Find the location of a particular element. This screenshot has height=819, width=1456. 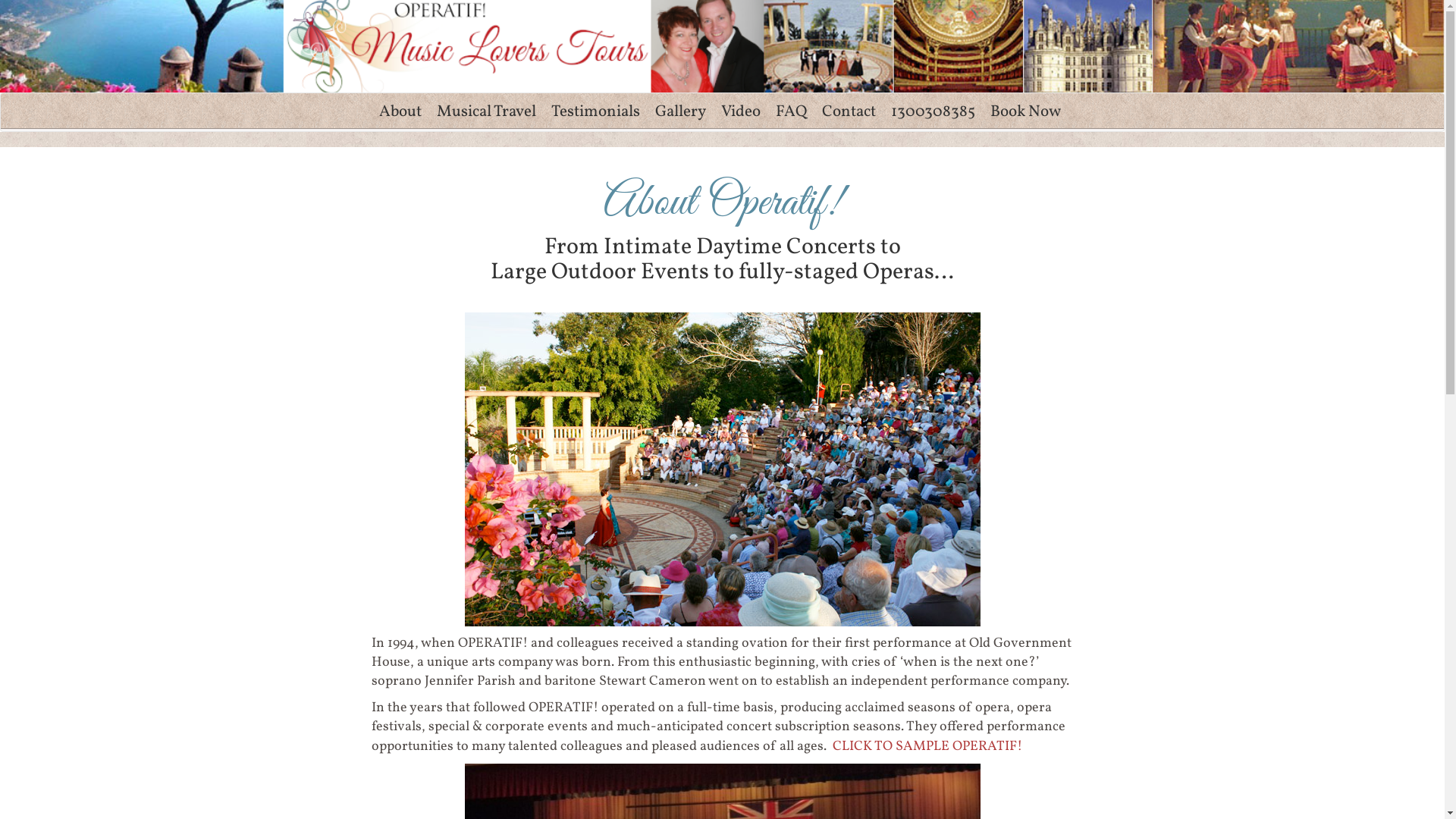

'Testimonials' is located at coordinates (594, 111).